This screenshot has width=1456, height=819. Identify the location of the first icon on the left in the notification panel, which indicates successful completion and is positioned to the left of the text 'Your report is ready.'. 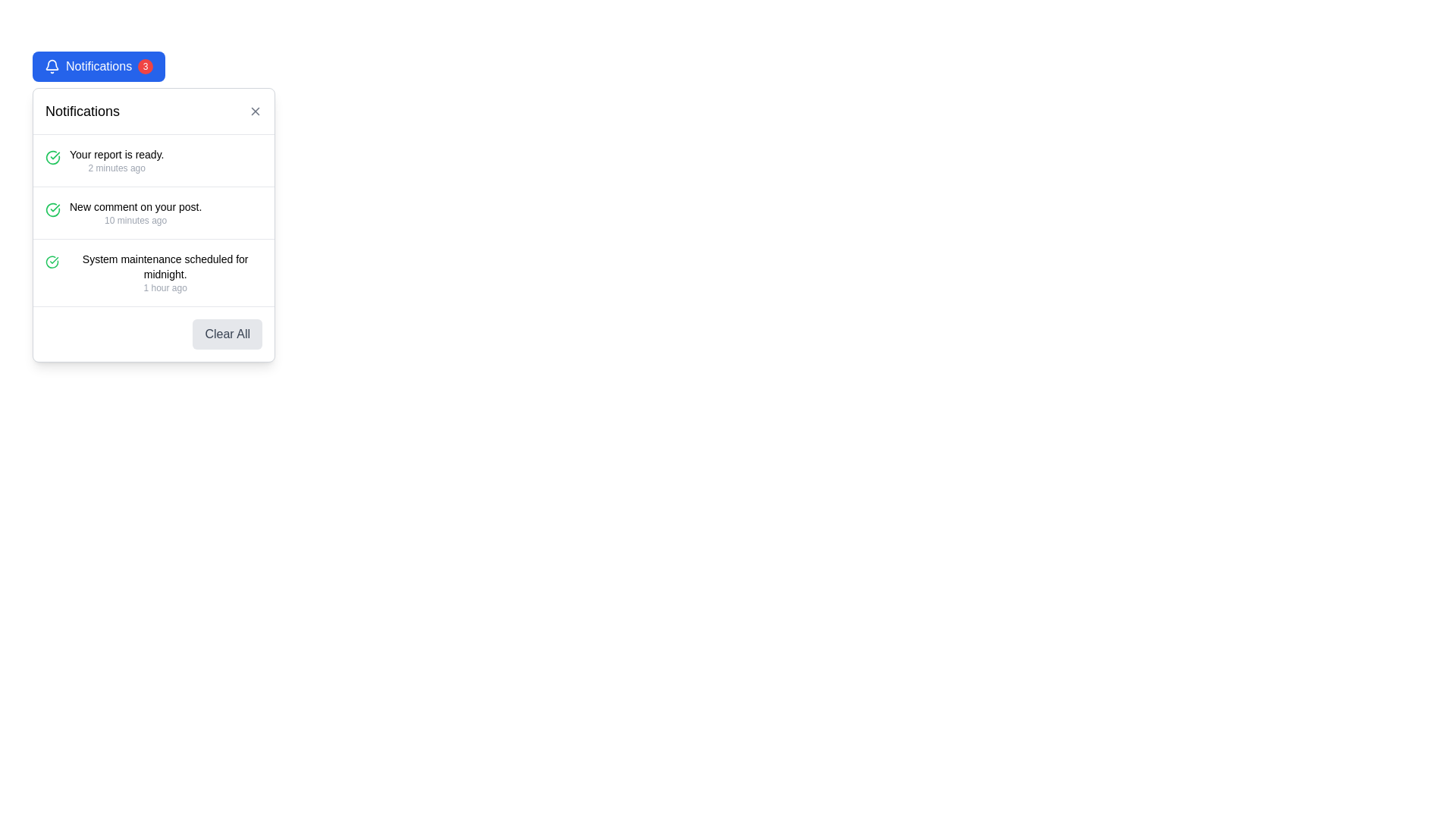
(53, 158).